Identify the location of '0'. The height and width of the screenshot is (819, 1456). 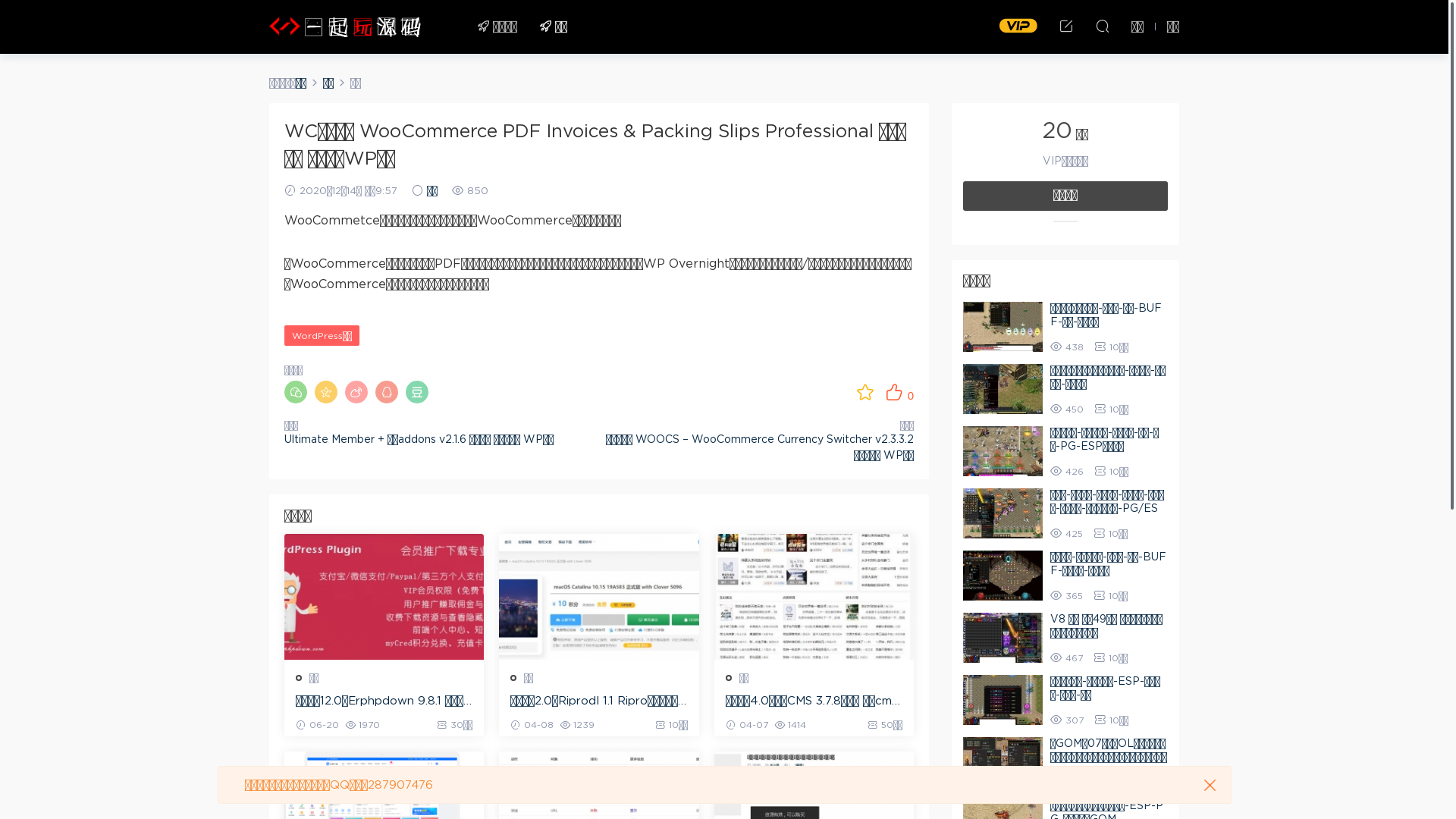
(884, 391).